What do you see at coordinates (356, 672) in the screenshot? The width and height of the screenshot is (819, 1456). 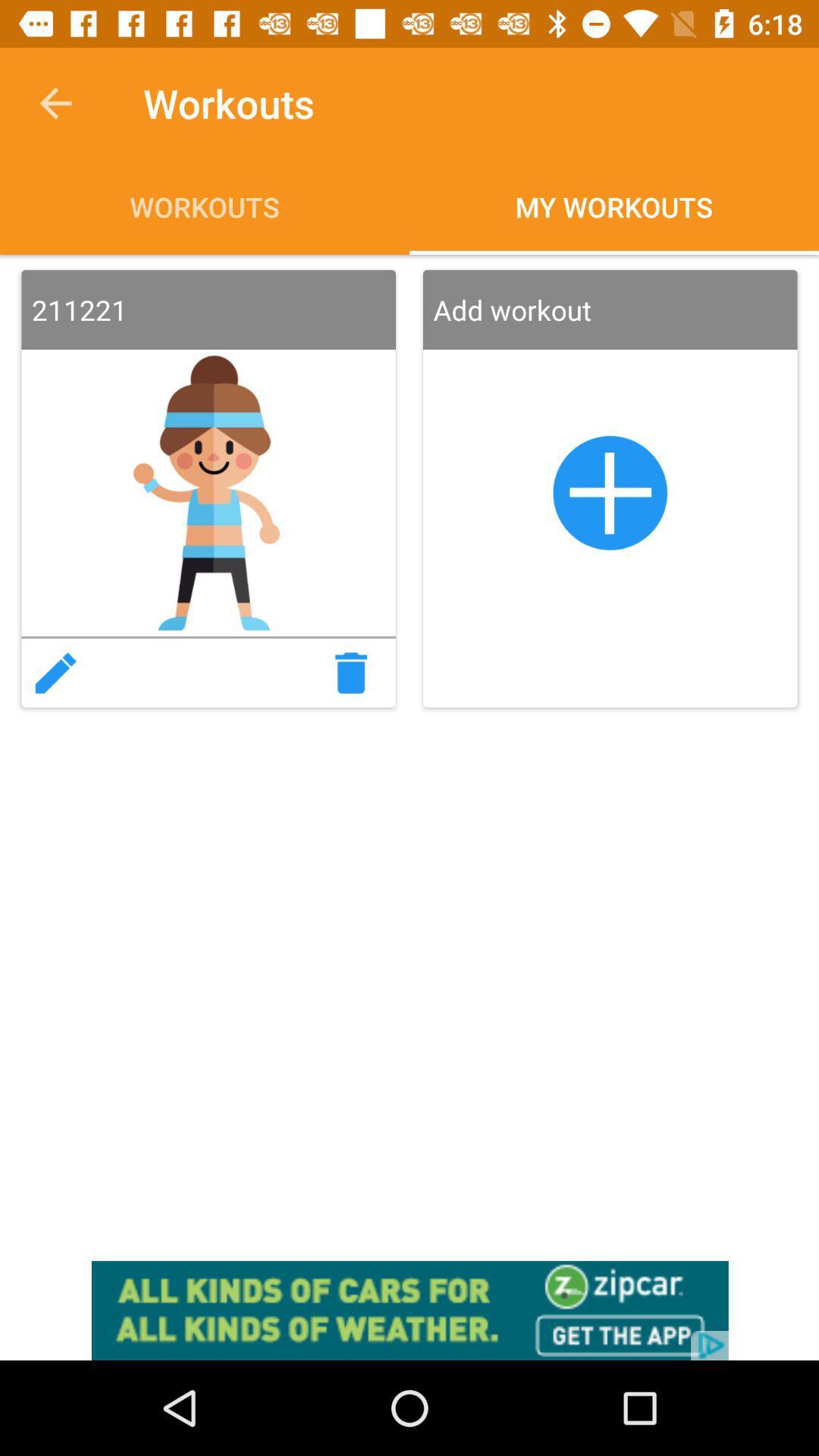 I see `trash` at bounding box center [356, 672].